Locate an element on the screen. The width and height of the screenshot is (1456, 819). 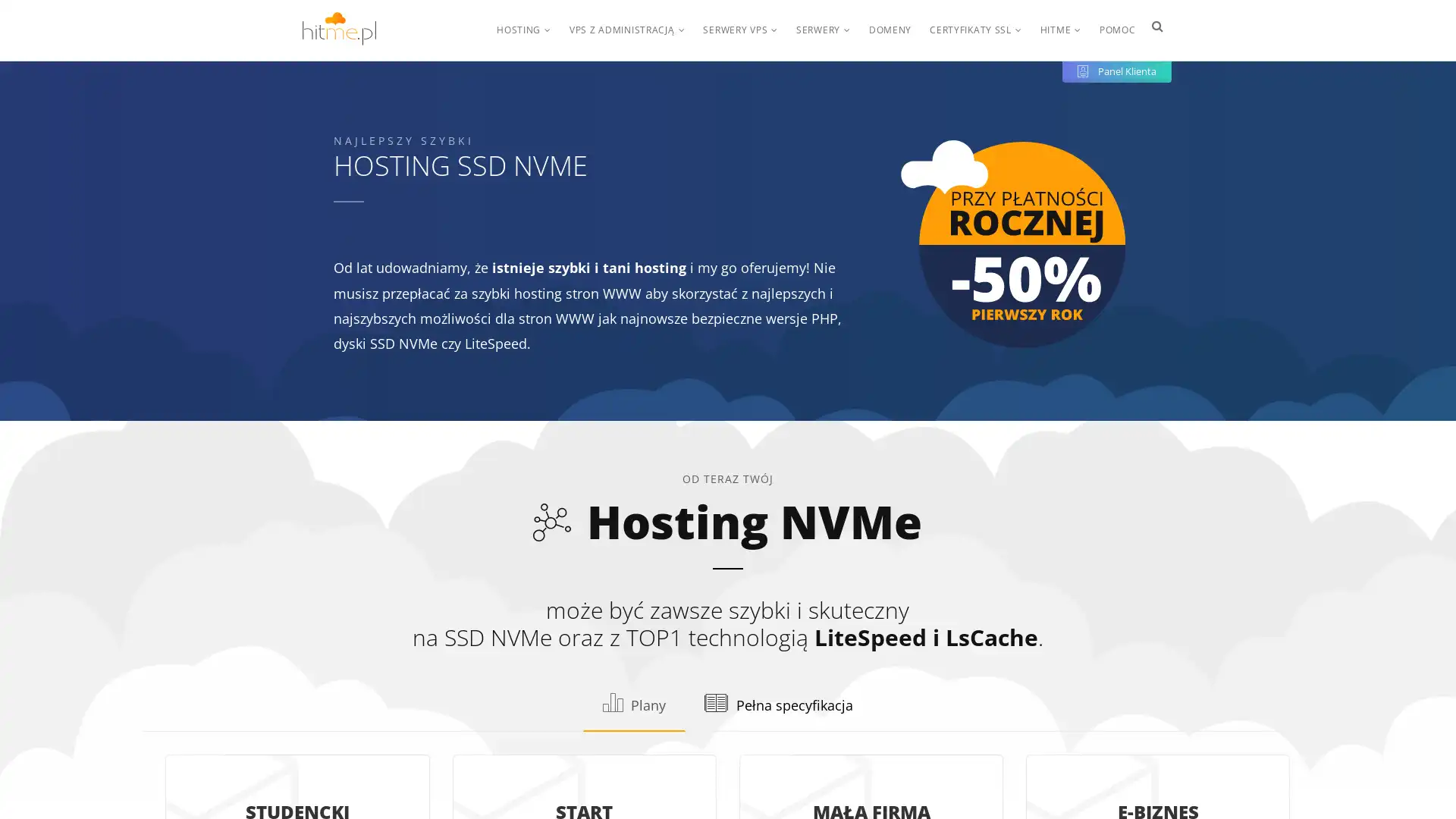
Konfiguruj is located at coordinates (279, 178).